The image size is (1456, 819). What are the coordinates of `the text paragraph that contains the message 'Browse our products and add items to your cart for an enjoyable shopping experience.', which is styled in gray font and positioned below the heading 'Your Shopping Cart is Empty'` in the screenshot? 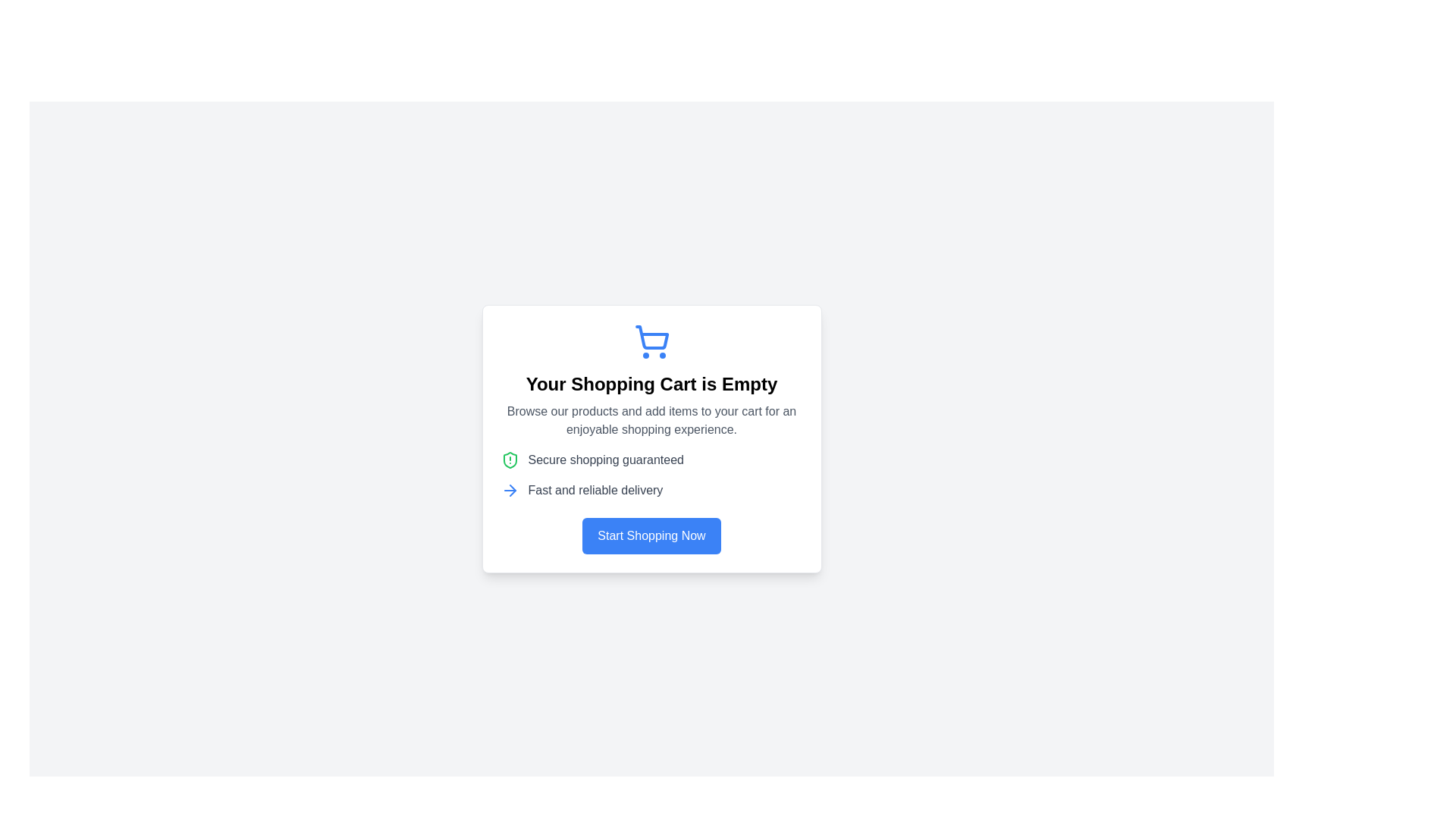 It's located at (651, 421).